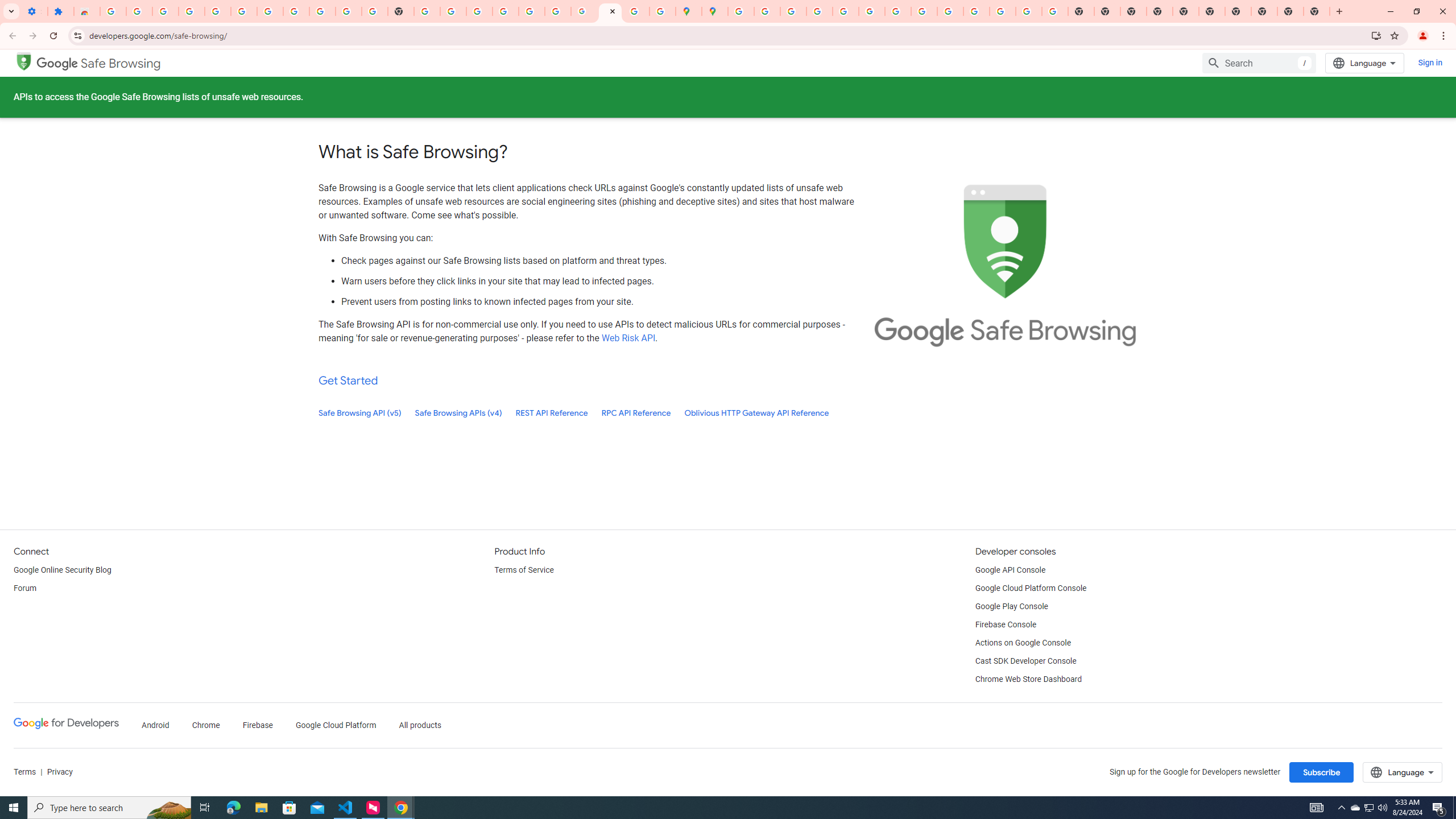 Image resolution: width=1456 pixels, height=819 pixels. Describe the element at coordinates (628, 337) in the screenshot. I see `'Web Risk API'` at that location.